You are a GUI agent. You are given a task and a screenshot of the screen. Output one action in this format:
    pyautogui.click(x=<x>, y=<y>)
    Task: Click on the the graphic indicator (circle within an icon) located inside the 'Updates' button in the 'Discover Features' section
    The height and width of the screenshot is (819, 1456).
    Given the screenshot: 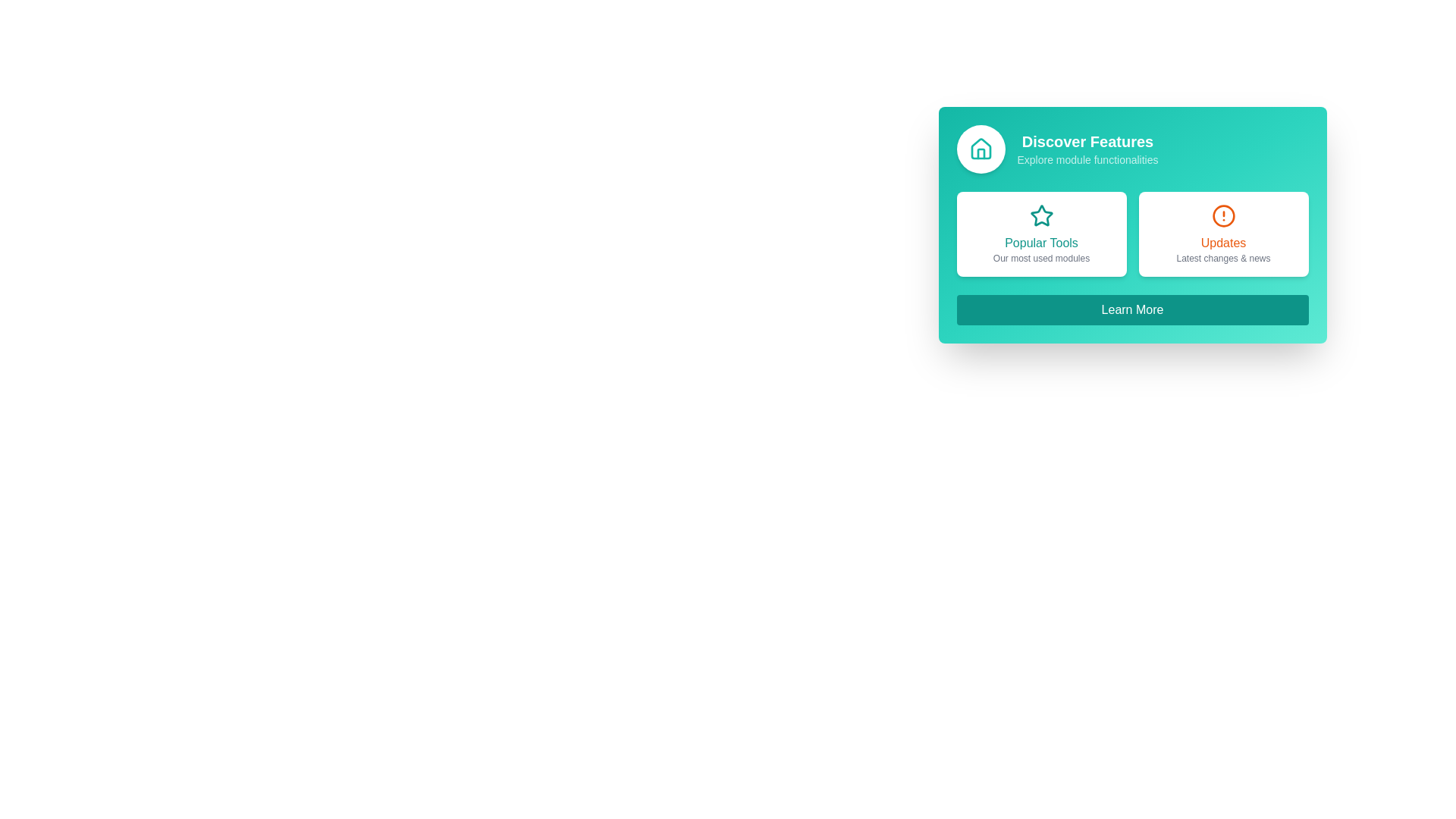 What is the action you would take?
    pyautogui.click(x=1223, y=216)
    